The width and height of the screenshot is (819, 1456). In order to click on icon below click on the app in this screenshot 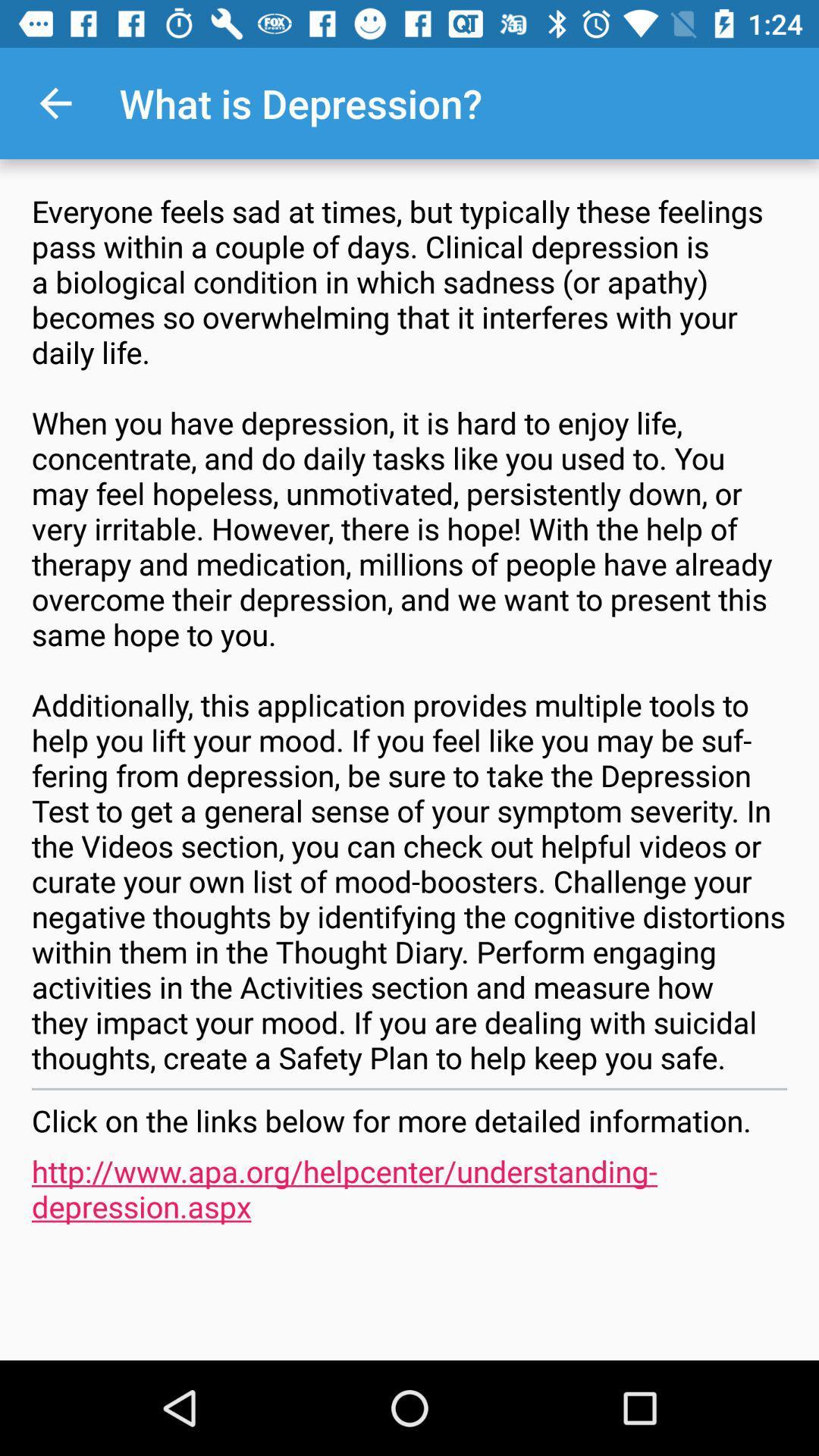, I will do `click(409, 1188)`.